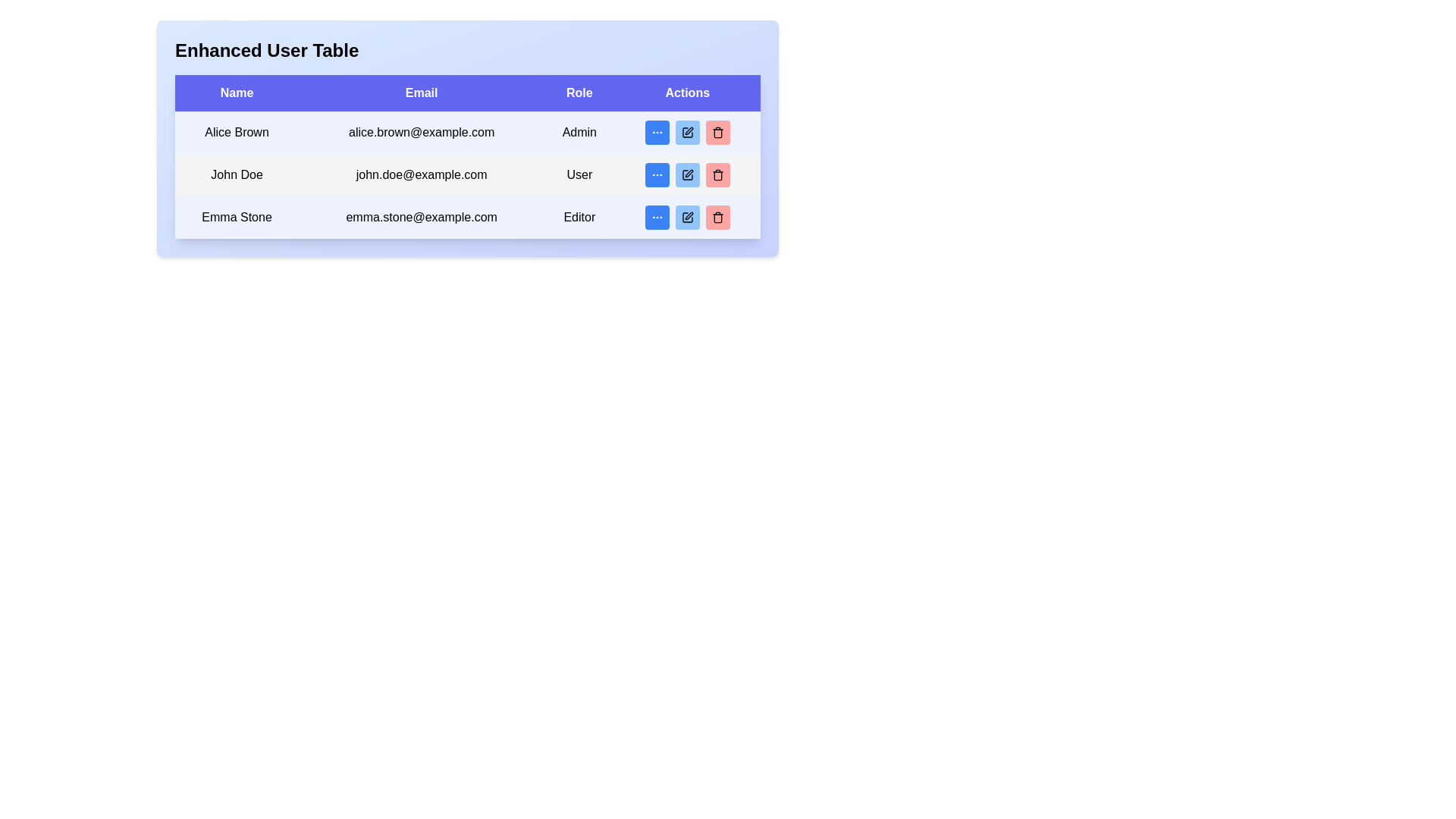  Describe the element at coordinates (422, 174) in the screenshot. I see `the non-interactive text label displaying the email address for the user 'John Doe', located in the second row of the table under the email header` at that location.